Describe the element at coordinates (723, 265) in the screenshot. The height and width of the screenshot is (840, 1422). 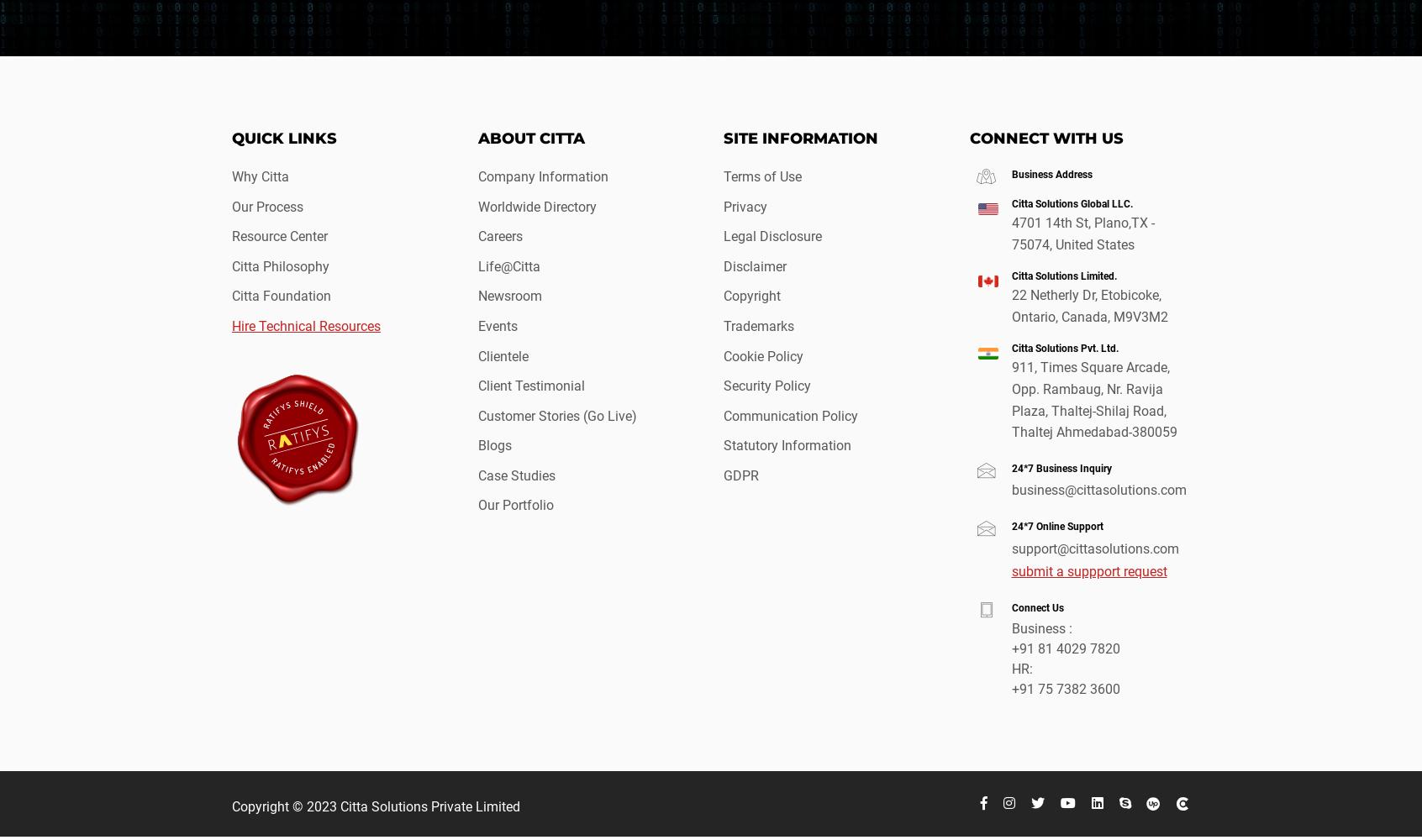
I see `'Disclaimer'` at that location.